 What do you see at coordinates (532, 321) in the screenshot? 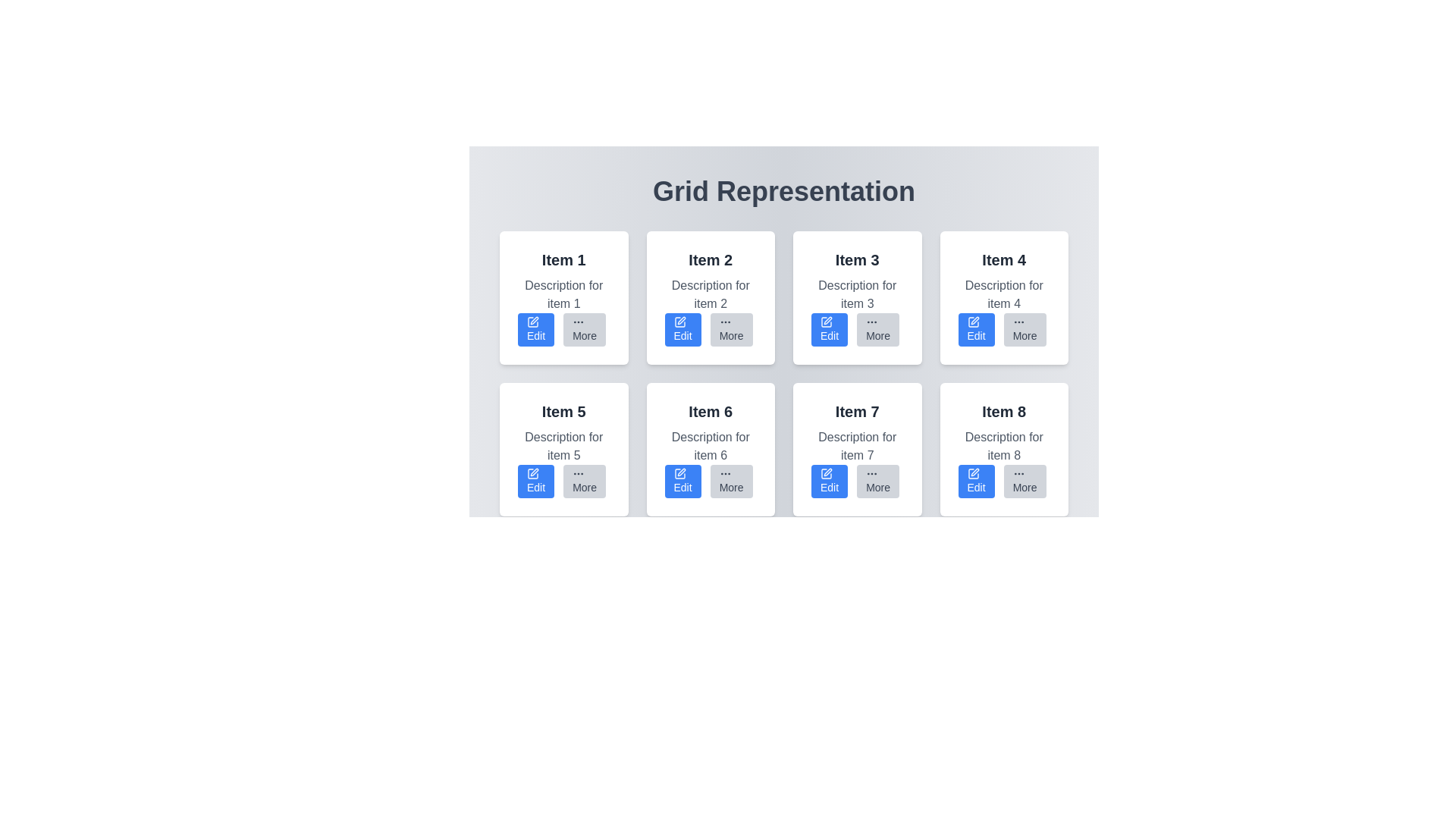
I see `the pen icon inside the blue 'Edit' button located in the card labeled 'Item 1' in the top-left corner of the grid layout` at bounding box center [532, 321].